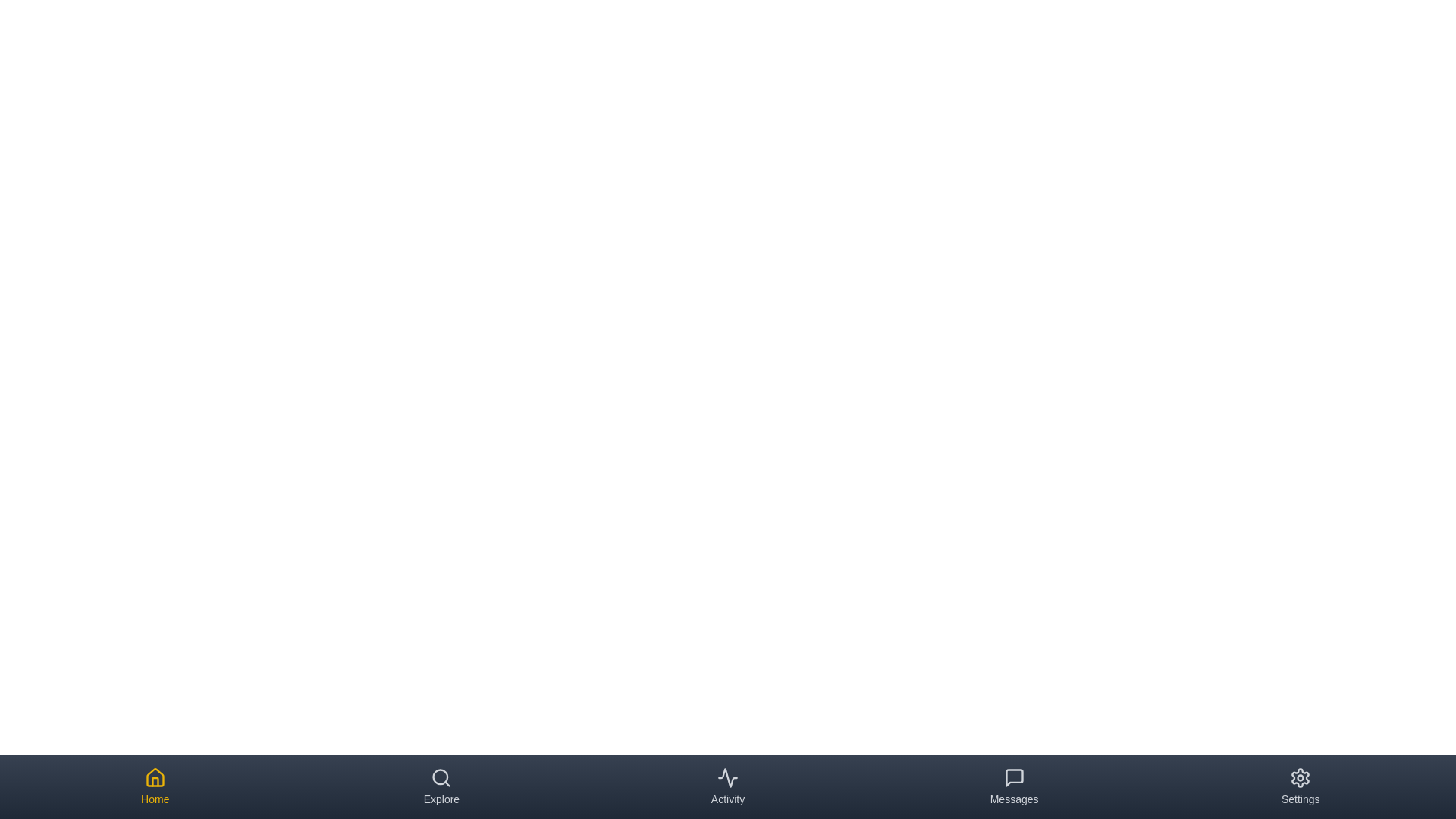 The width and height of the screenshot is (1456, 819). Describe the element at coordinates (440, 786) in the screenshot. I see `the tab corresponding to Explore` at that location.